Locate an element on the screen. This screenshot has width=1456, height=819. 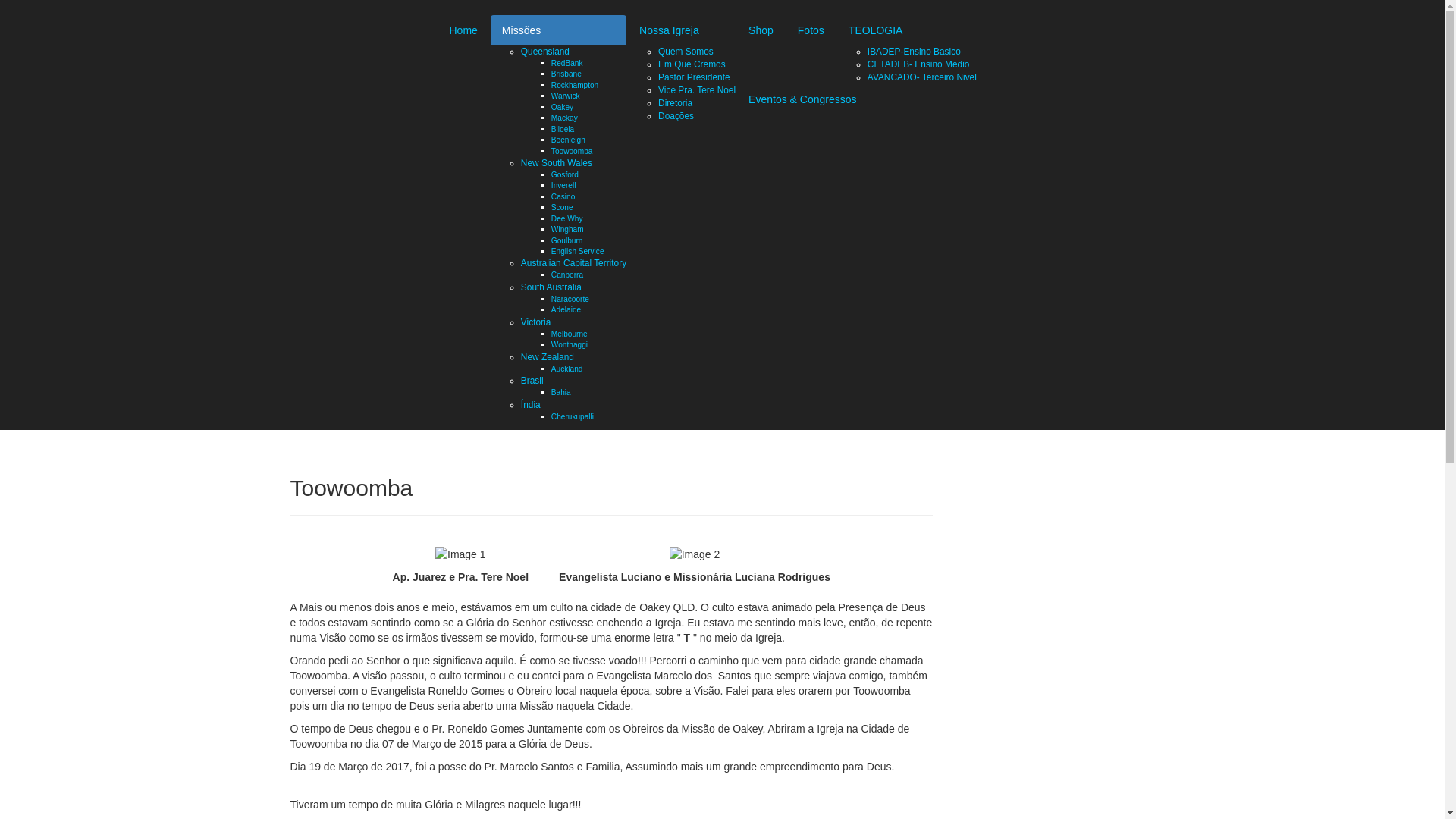
'Oakey' is located at coordinates (561, 106).